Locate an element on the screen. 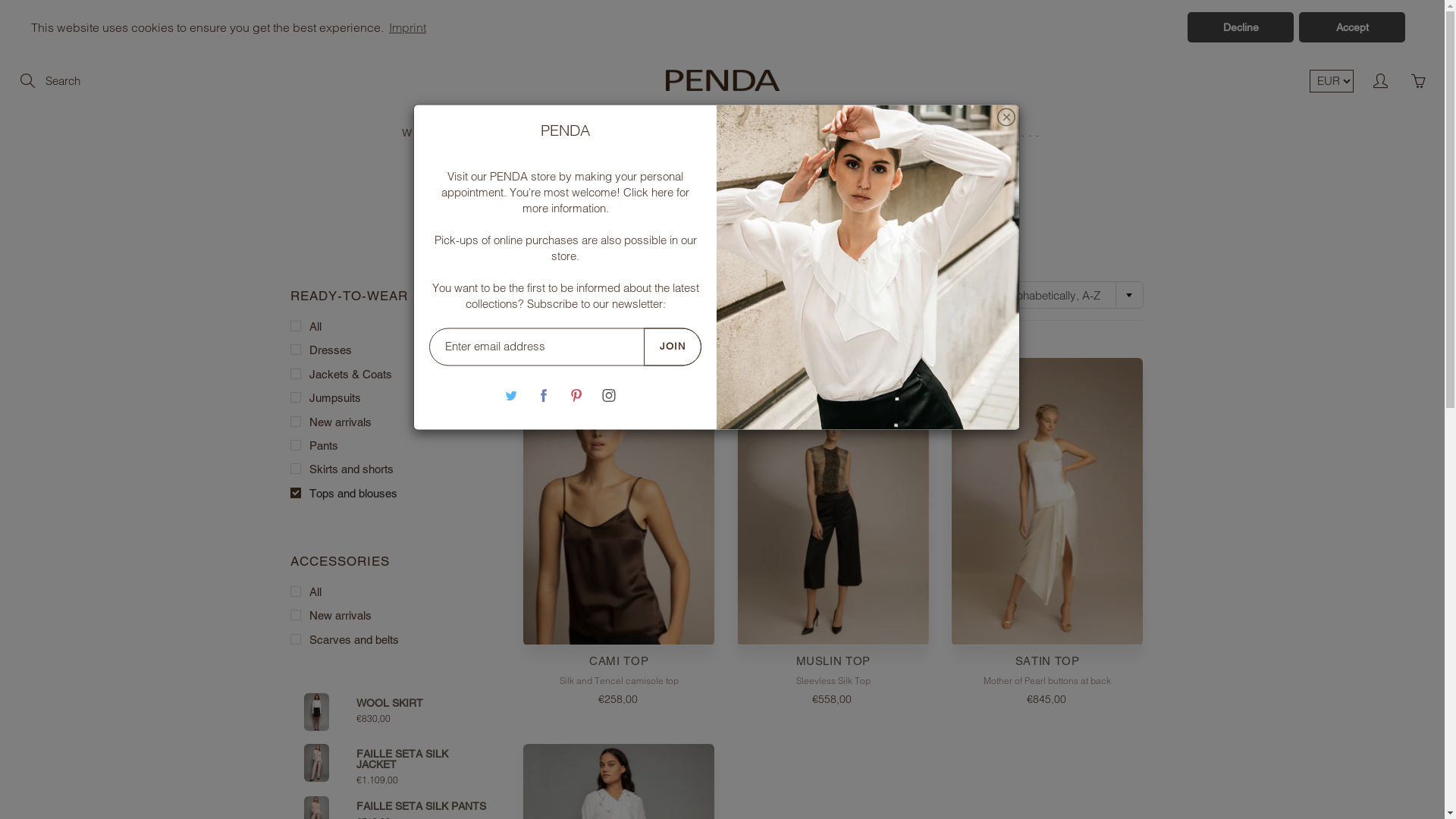 This screenshot has height=819, width=1456. 'WOMEN' is located at coordinates (382, 131).